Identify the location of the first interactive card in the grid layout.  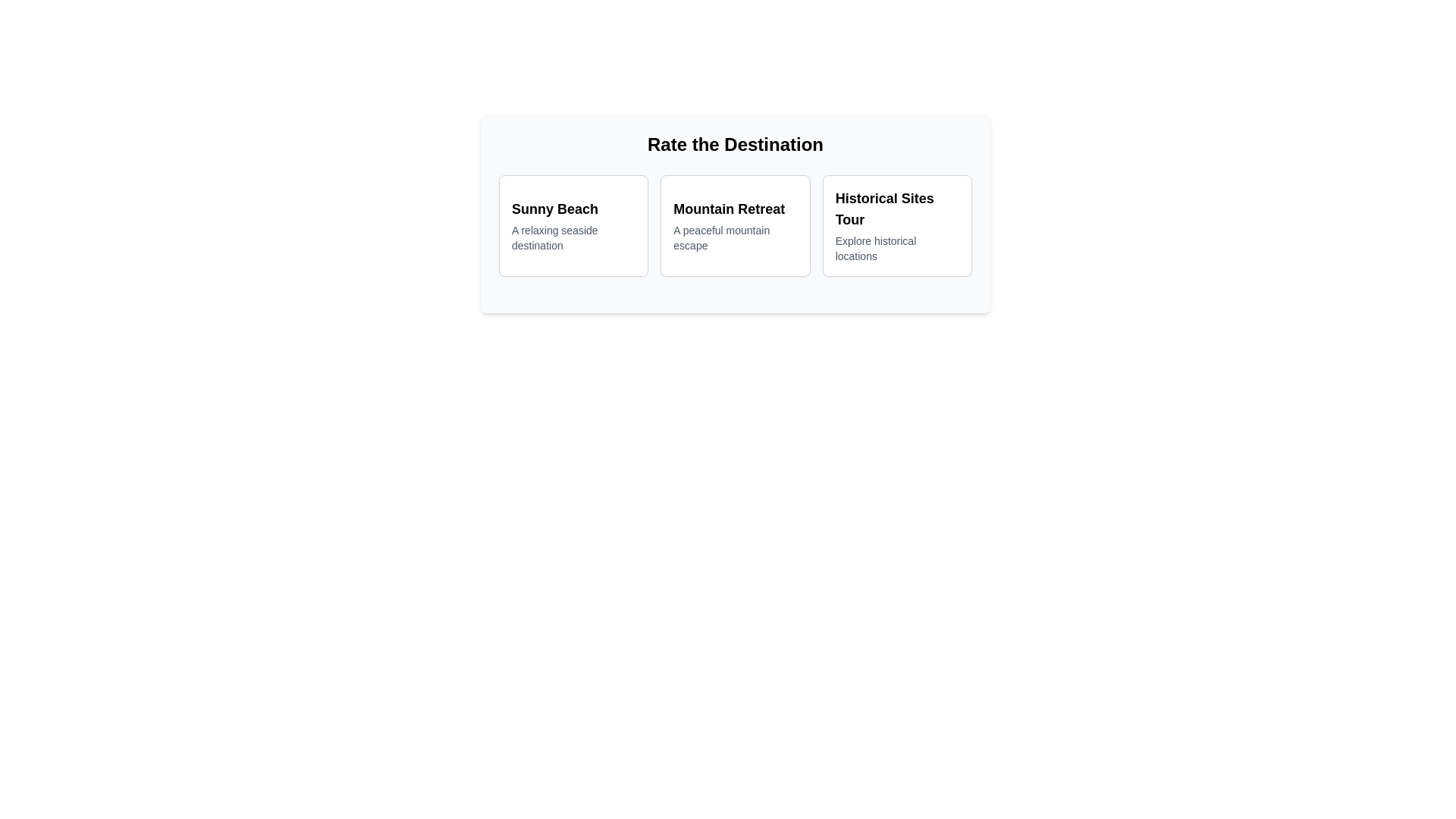
(573, 225).